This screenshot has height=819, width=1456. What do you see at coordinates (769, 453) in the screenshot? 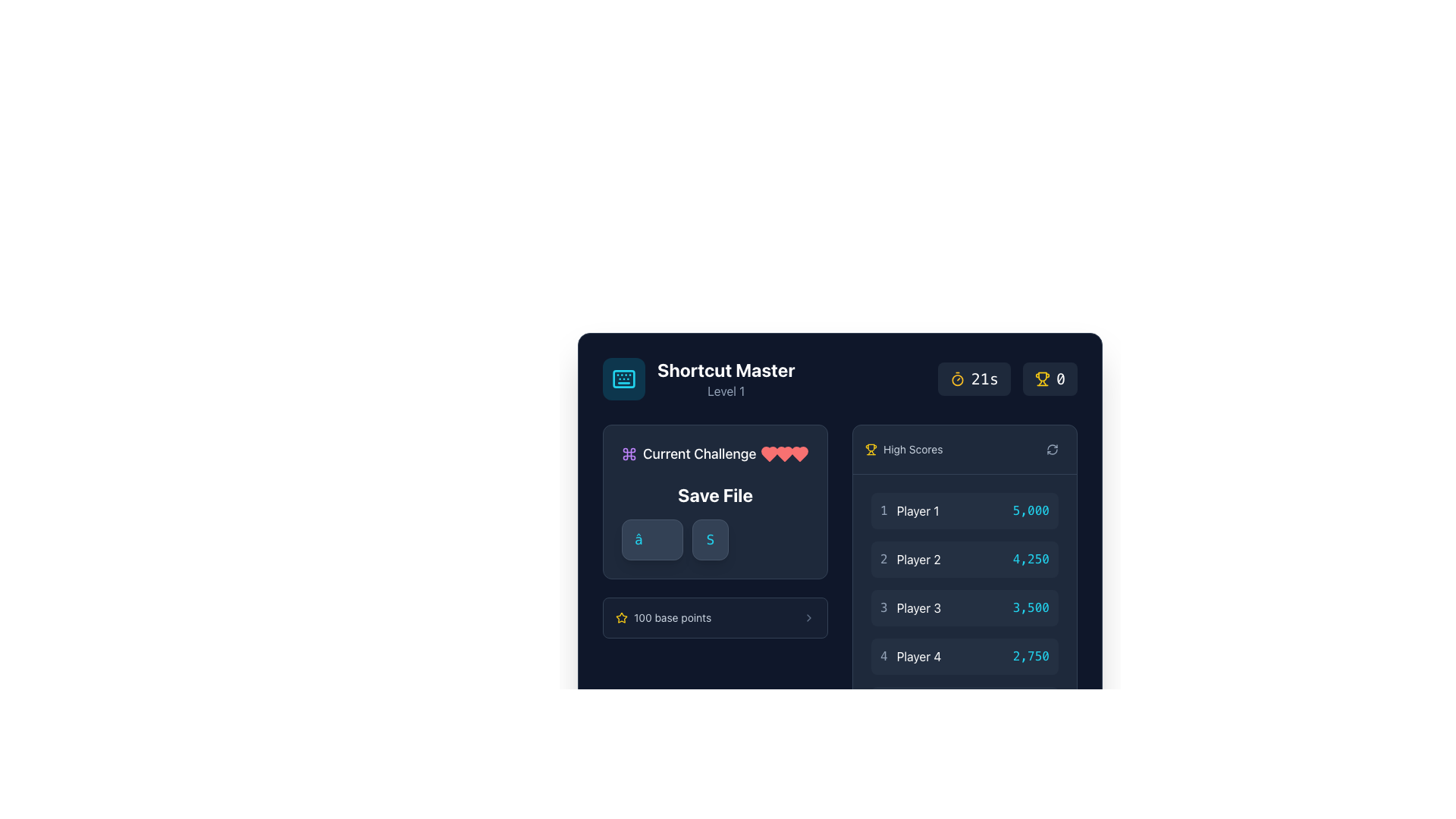
I see `the third heart icon representing a life unit in the 'Current Challenge' section of the interface header` at bounding box center [769, 453].